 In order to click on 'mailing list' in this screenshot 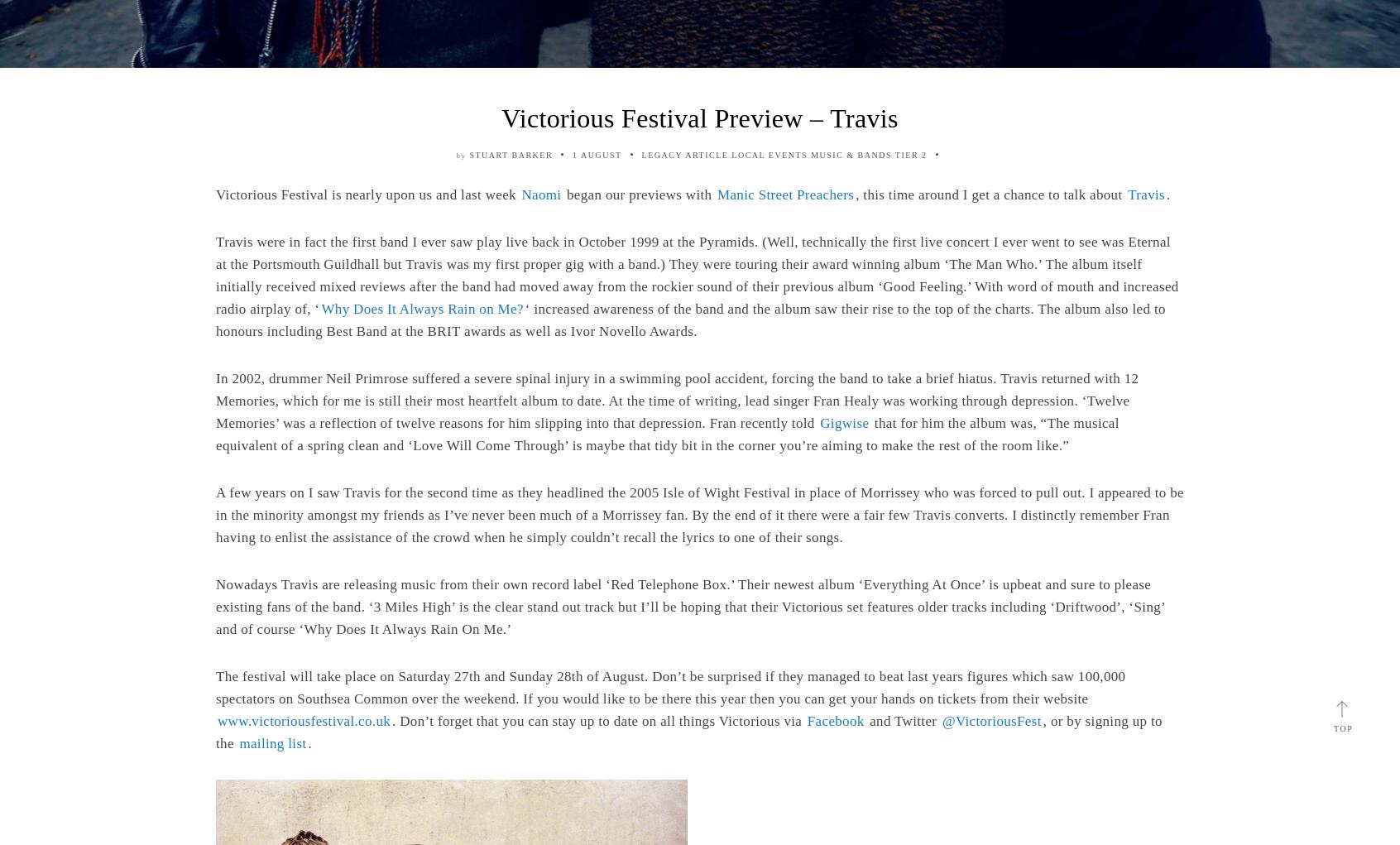, I will do `click(271, 742)`.